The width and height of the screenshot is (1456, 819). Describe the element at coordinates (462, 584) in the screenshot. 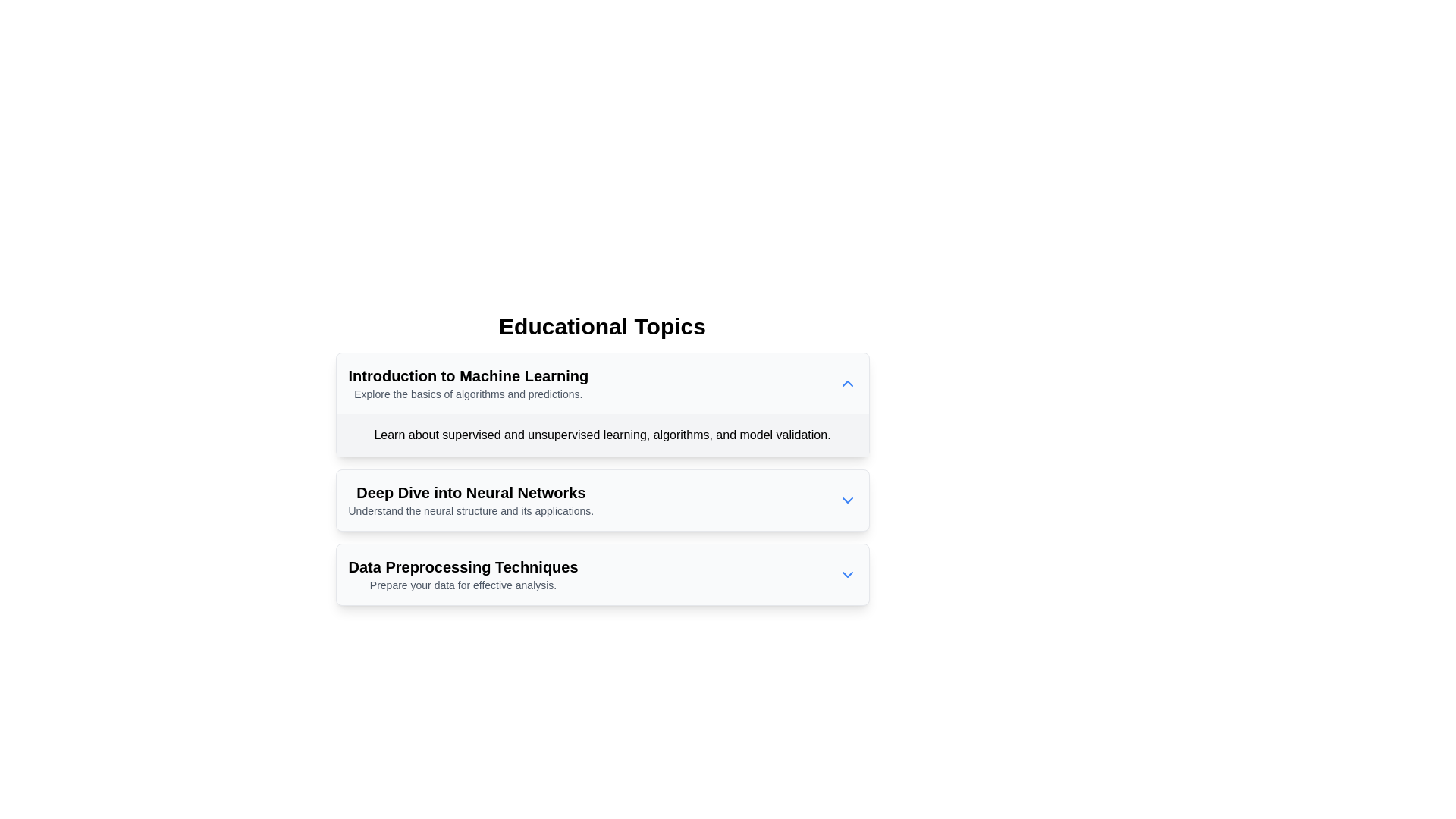

I see `the text label that reads 'Prepare your data for effective analysis.' which is positioned beneath the section header 'Data Preprocessing Techniques.'` at that location.